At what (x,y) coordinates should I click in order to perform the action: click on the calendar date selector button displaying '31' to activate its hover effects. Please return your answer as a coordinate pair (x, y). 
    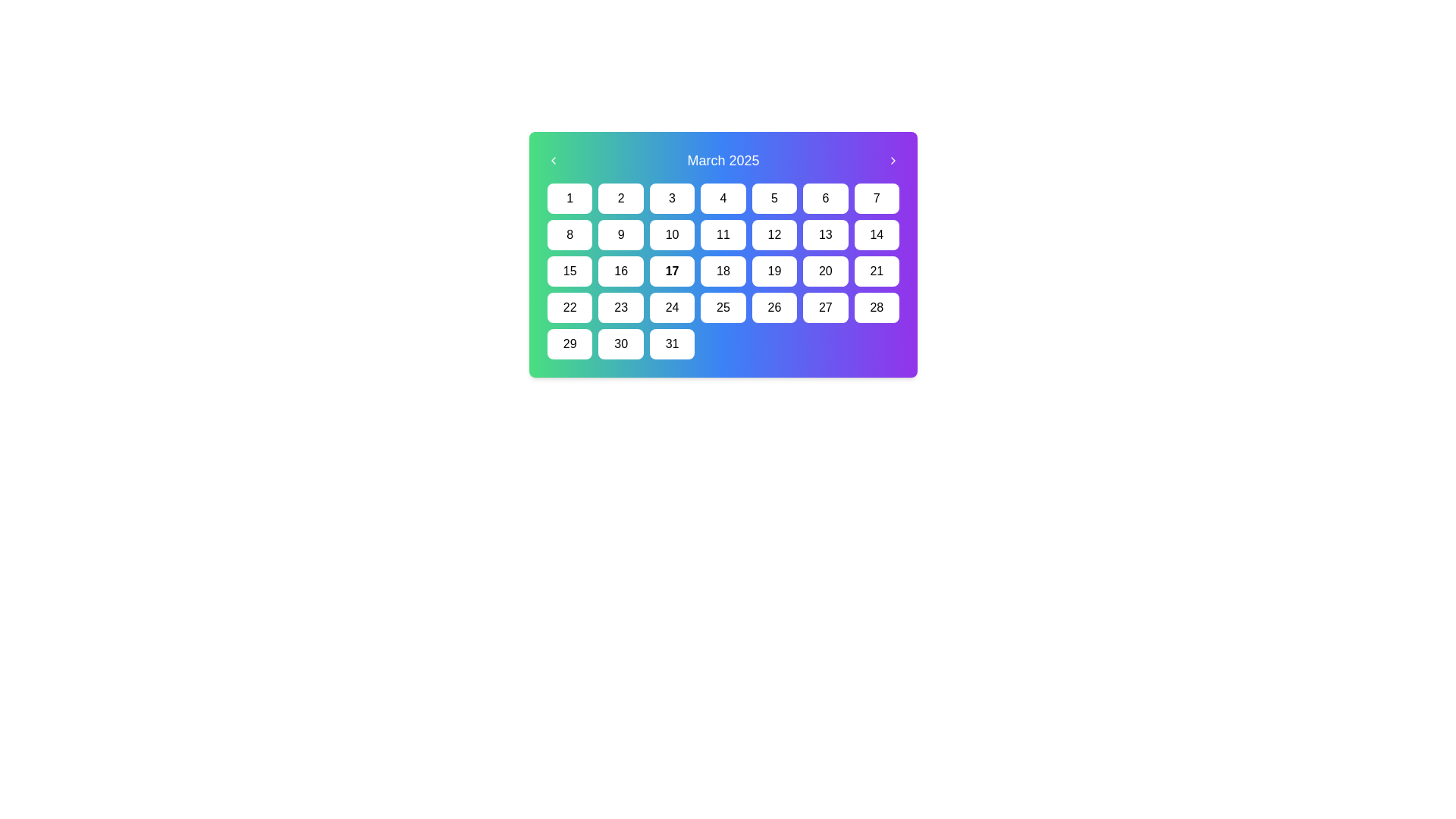
    Looking at the image, I should click on (671, 344).